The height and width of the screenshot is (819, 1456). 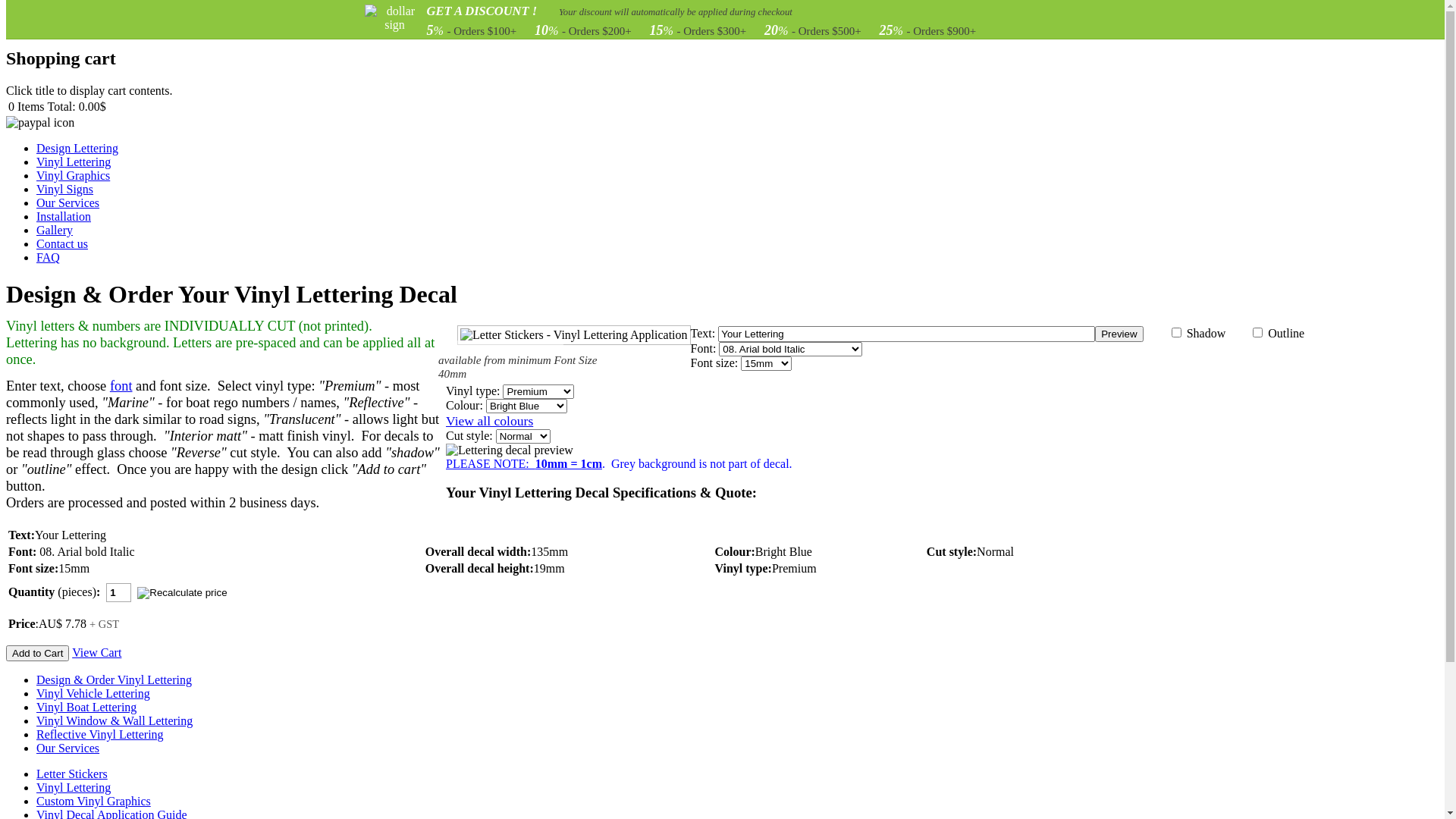 I want to click on 'Our Services', so click(x=36, y=202).